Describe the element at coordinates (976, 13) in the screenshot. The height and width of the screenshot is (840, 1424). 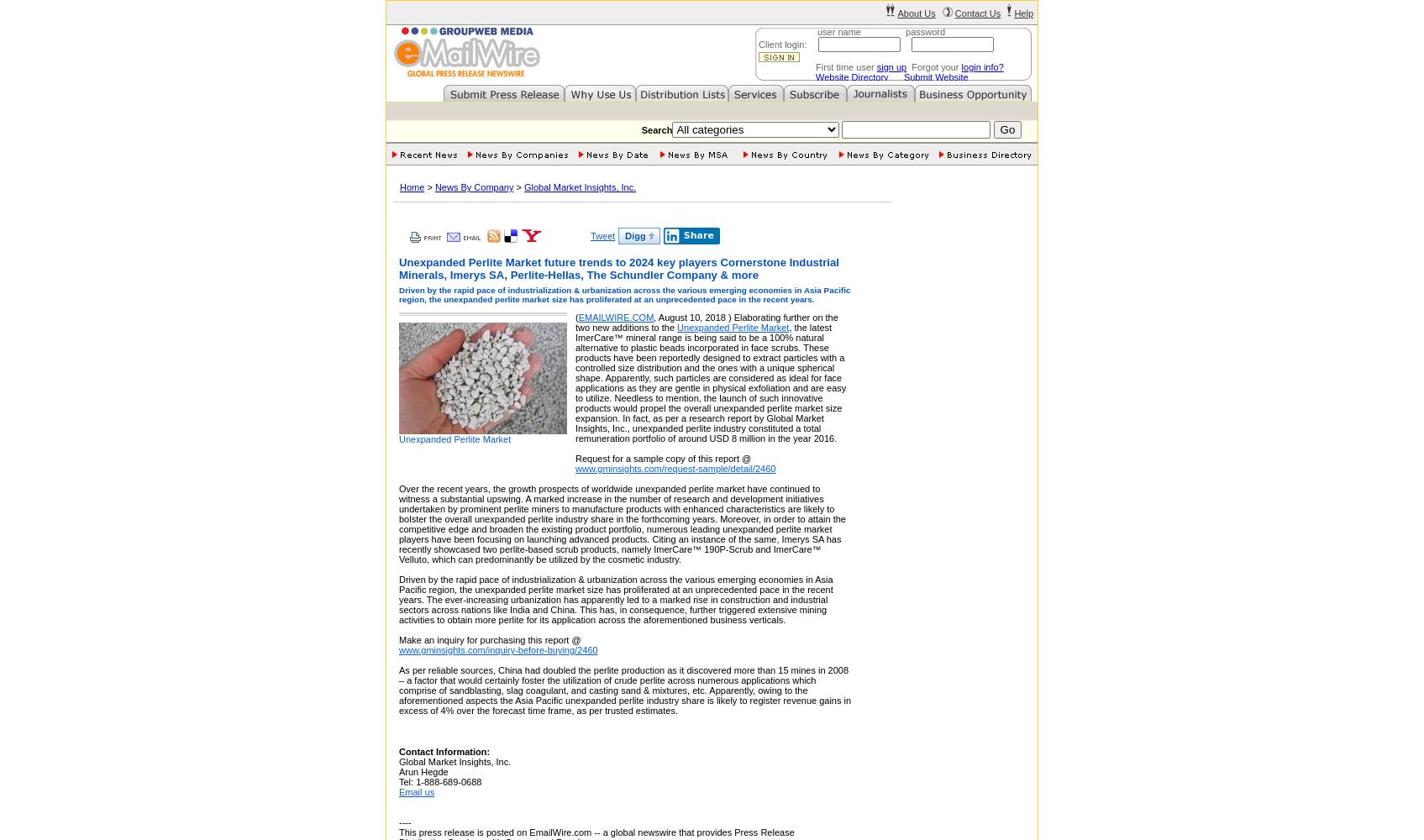
I see `'Contact Us'` at that location.